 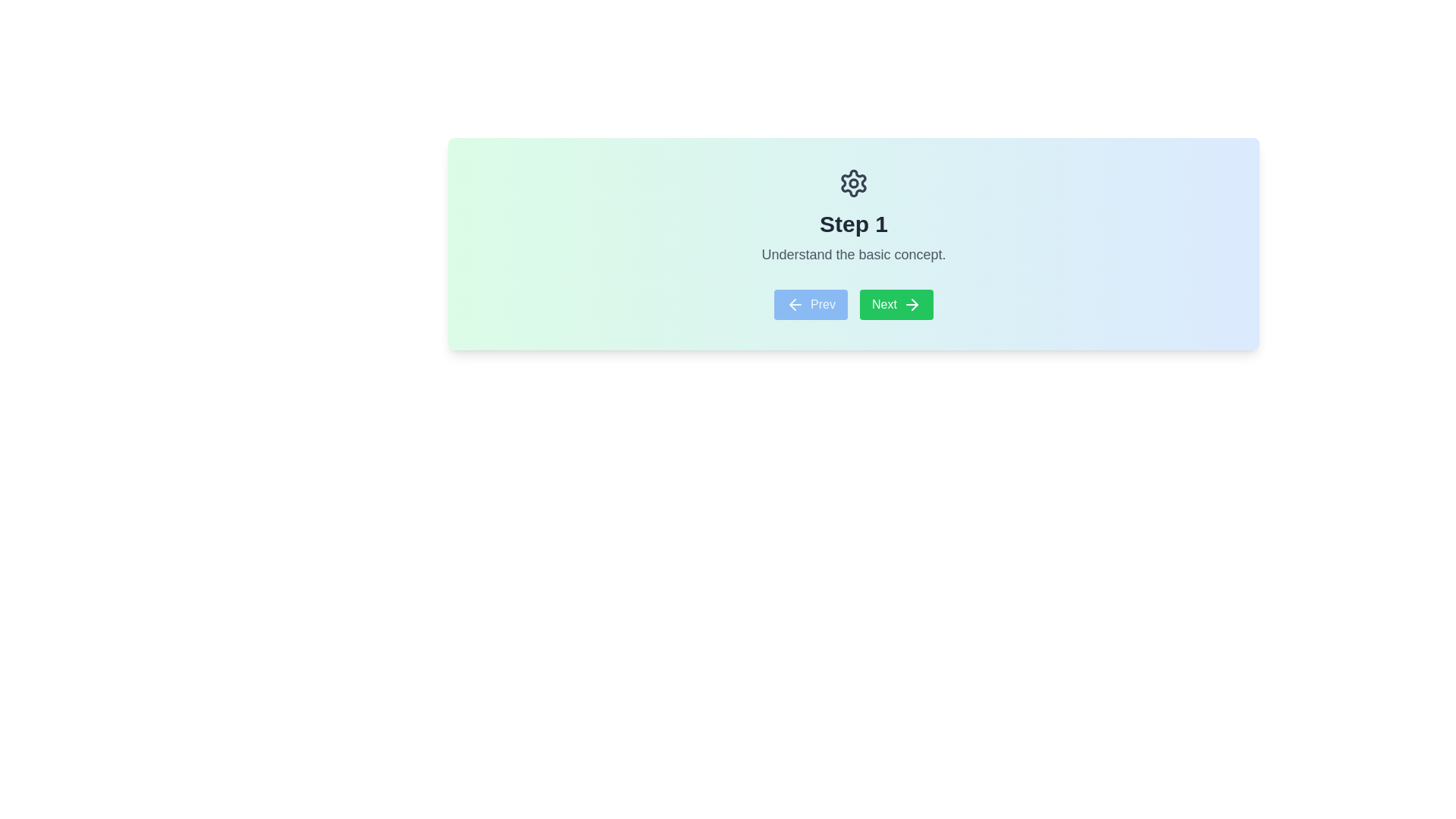 I want to click on the 'Prev' button, which is the first button from the left within a pair of navigation buttons, located centrally near the bottom of a light-colored panel, so click(x=810, y=304).